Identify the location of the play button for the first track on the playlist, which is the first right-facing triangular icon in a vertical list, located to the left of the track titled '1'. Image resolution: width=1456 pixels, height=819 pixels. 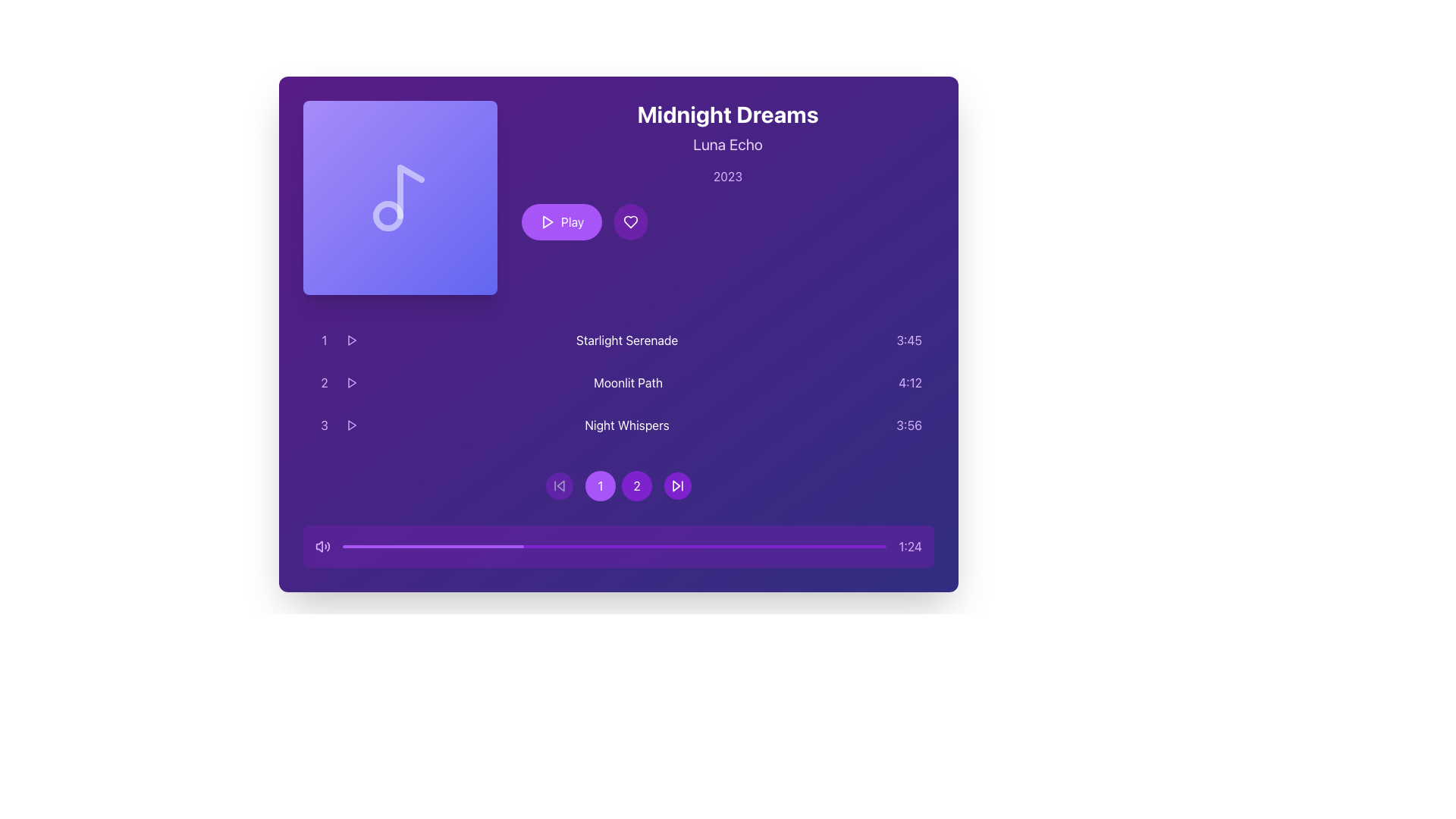
(351, 339).